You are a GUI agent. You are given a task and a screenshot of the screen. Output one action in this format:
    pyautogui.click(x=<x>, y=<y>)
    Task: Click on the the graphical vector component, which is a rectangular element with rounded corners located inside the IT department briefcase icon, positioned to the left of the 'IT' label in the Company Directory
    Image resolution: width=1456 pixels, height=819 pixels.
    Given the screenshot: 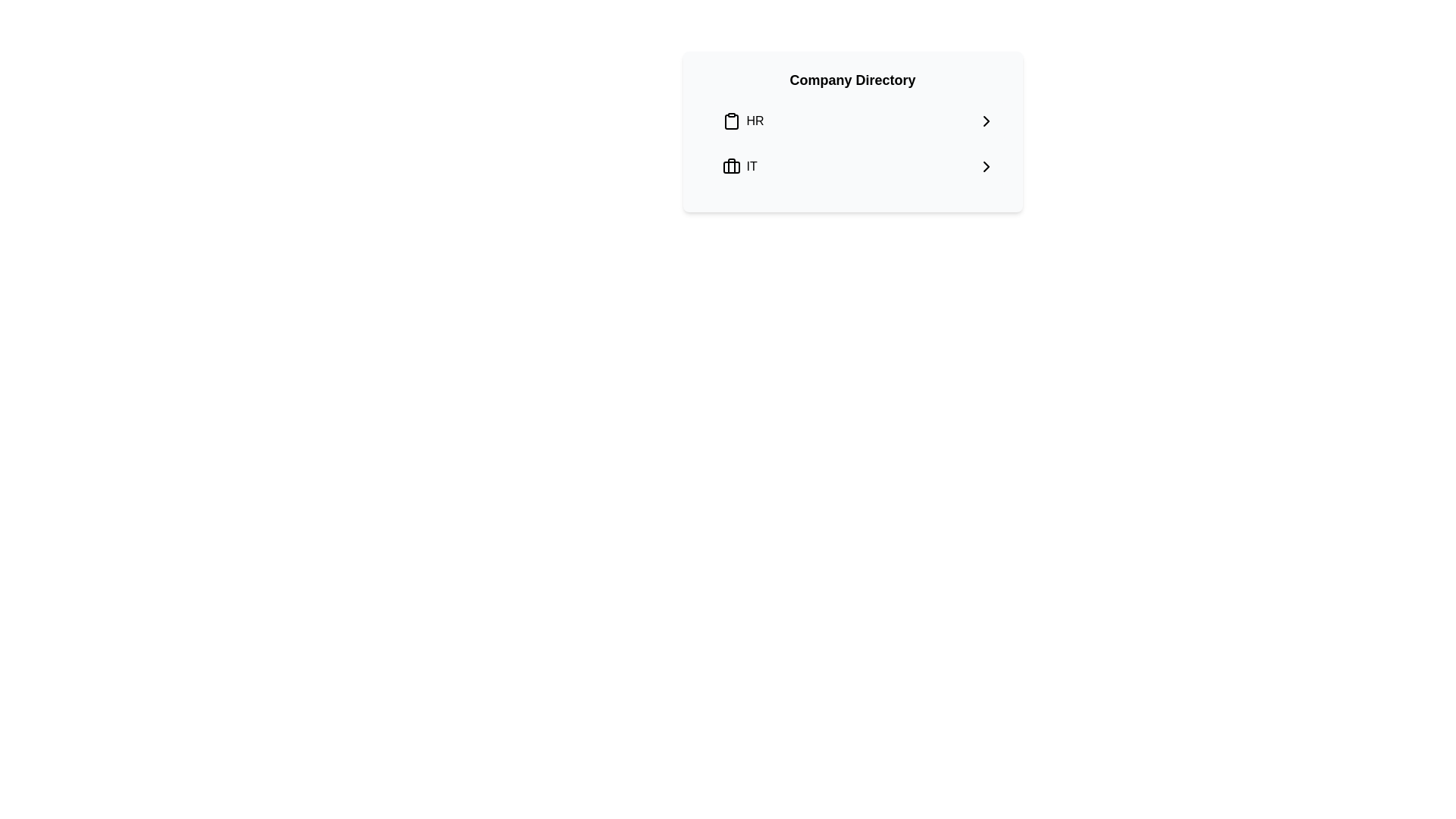 What is the action you would take?
    pyautogui.click(x=731, y=167)
    